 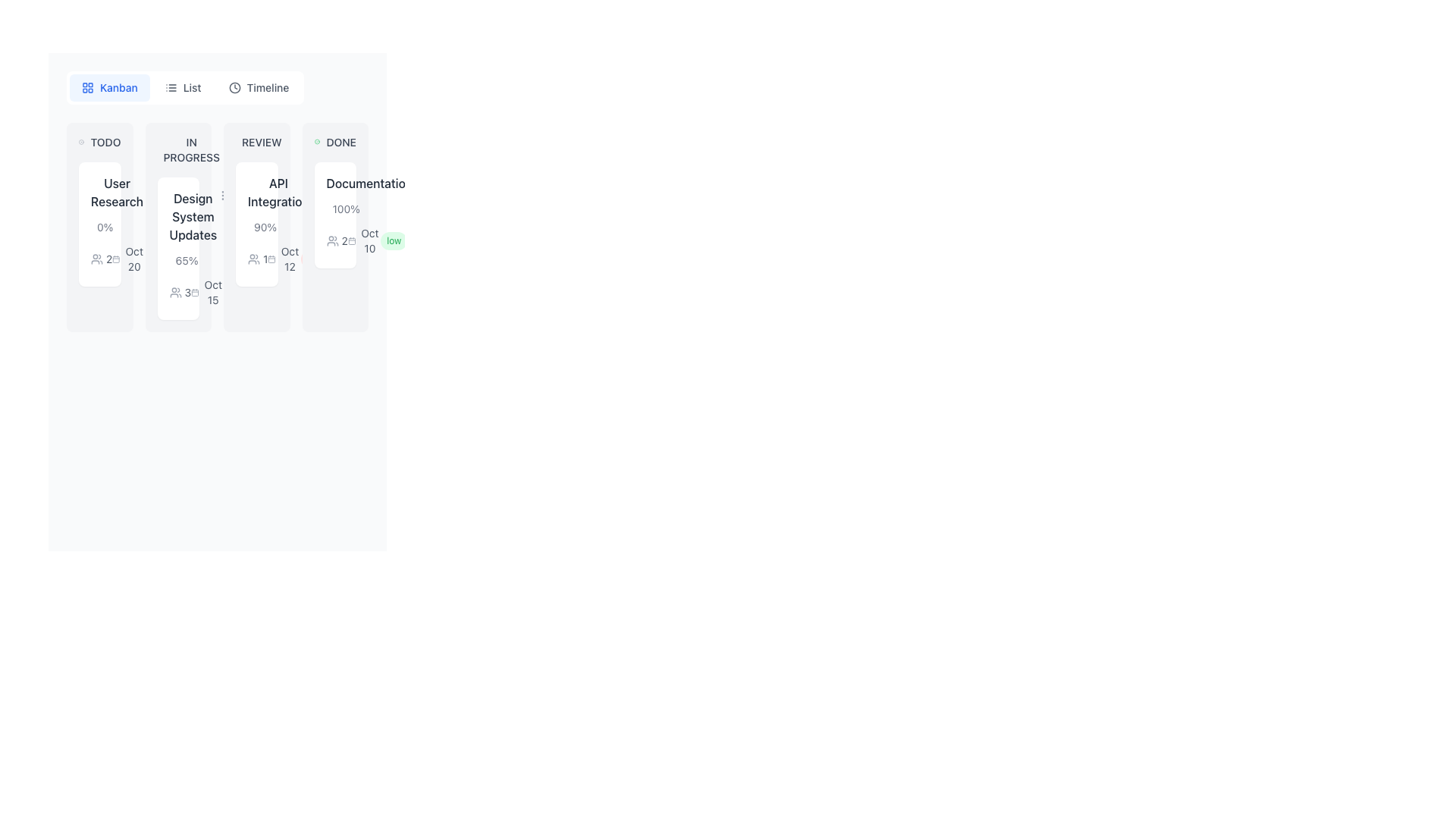 What do you see at coordinates (217, 227) in the screenshot?
I see `on the card component titled 'Design System Updates' located in the 'IN PROGRESS' column of the grid layout` at bounding box center [217, 227].